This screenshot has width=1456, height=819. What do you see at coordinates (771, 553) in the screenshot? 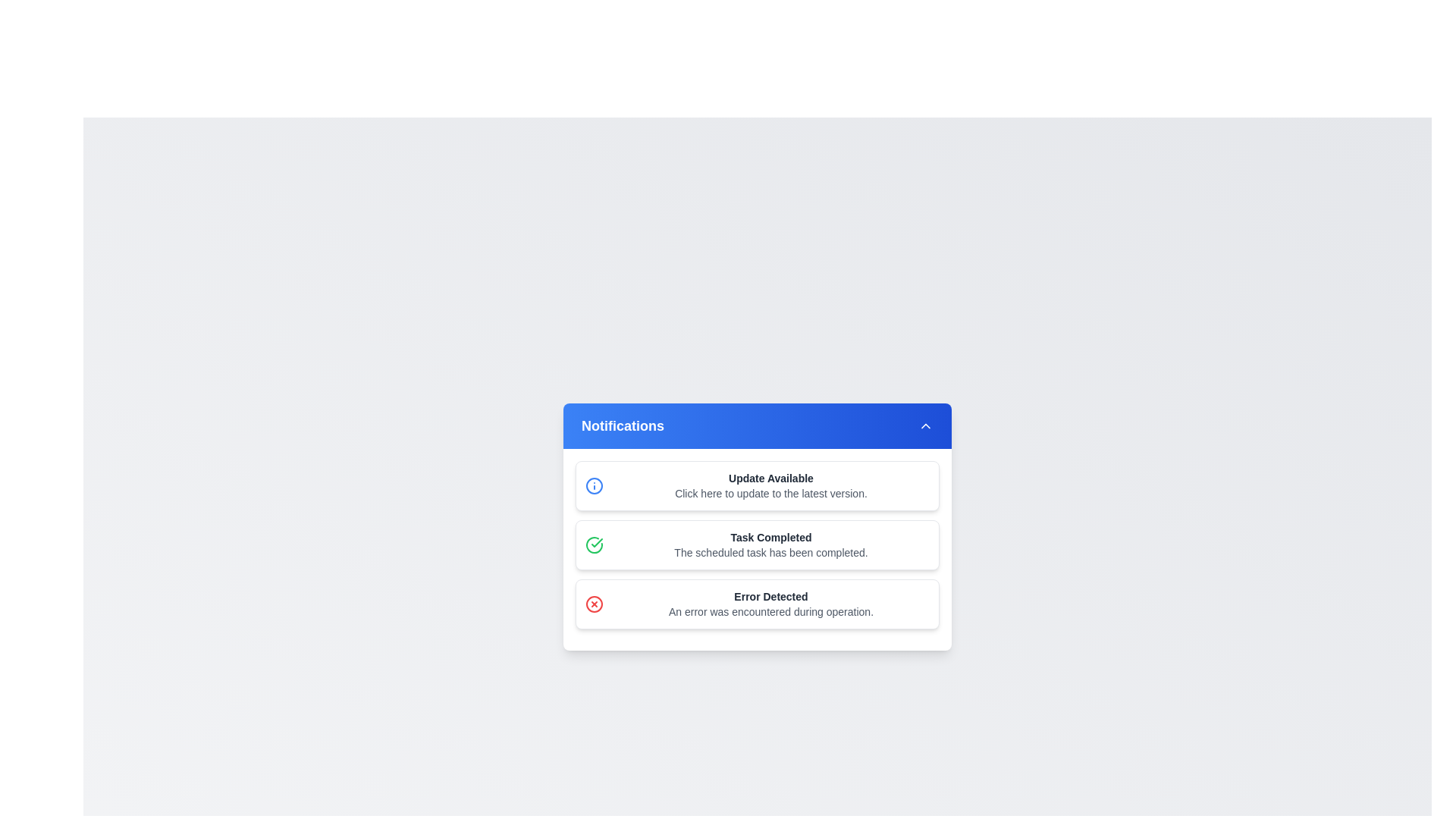
I see `the text label displaying 'The scheduled task has been completed.' which is styled with a smaller font and gray color, located directly below the 'Task Completed' headline within the notification card` at bounding box center [771, 553].